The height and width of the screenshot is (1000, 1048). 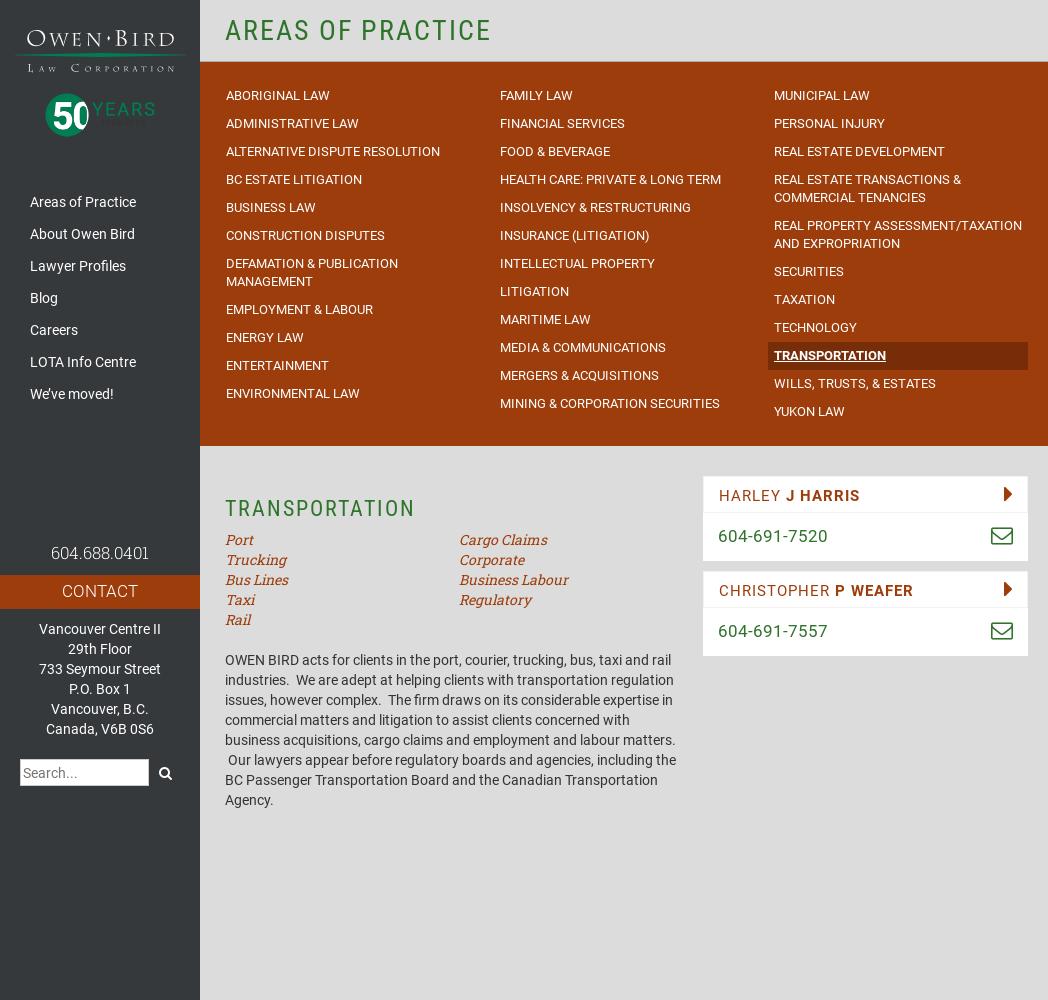 What do you see at coordinates (98, 552) in the screenshot?
I see `'604.688.0401'` at bounding box center [98, 552].